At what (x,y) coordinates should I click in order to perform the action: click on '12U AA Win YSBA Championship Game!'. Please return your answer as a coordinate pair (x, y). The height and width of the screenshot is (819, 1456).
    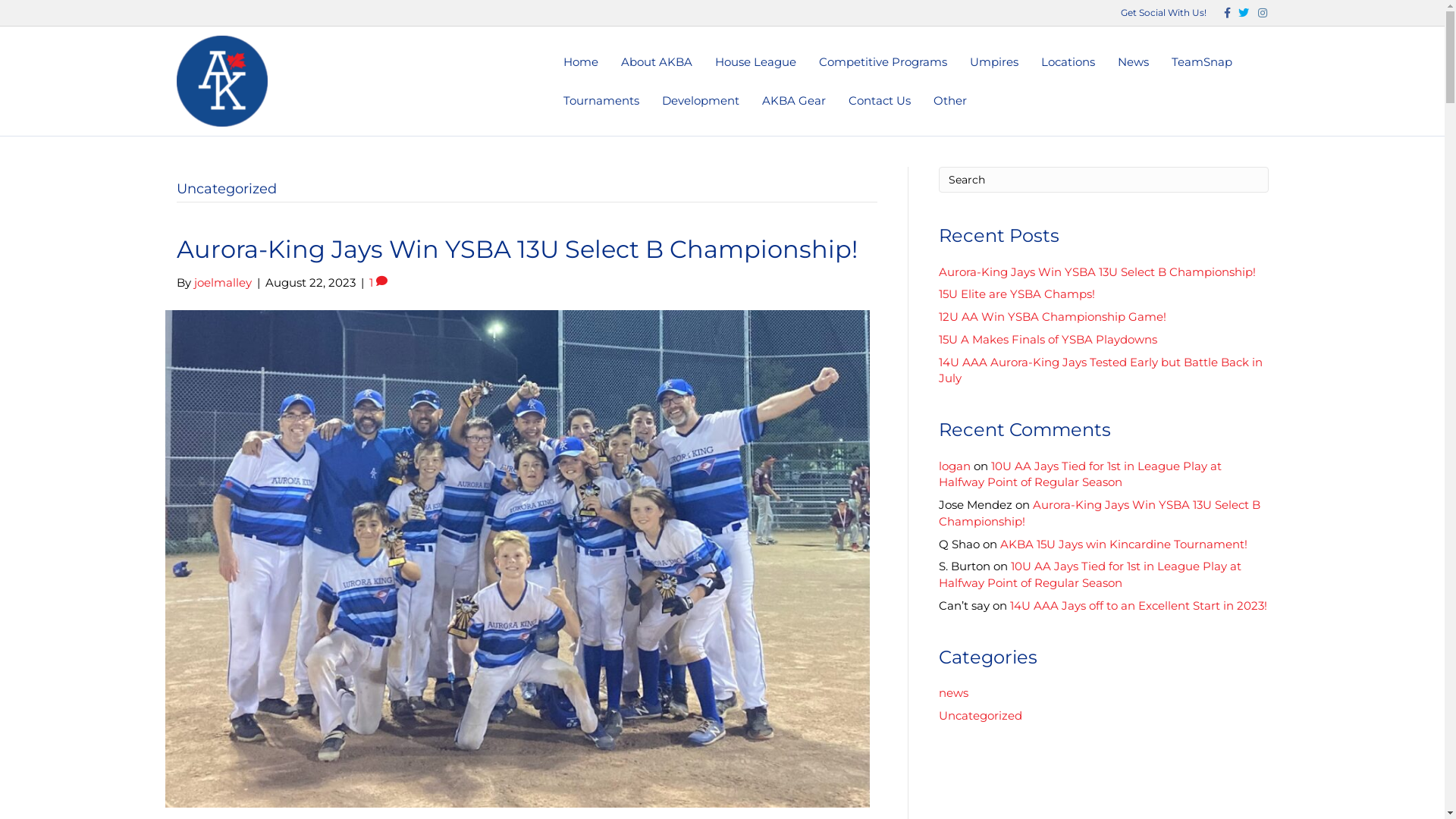
    Looking at the image, I should click on (1051, 315).